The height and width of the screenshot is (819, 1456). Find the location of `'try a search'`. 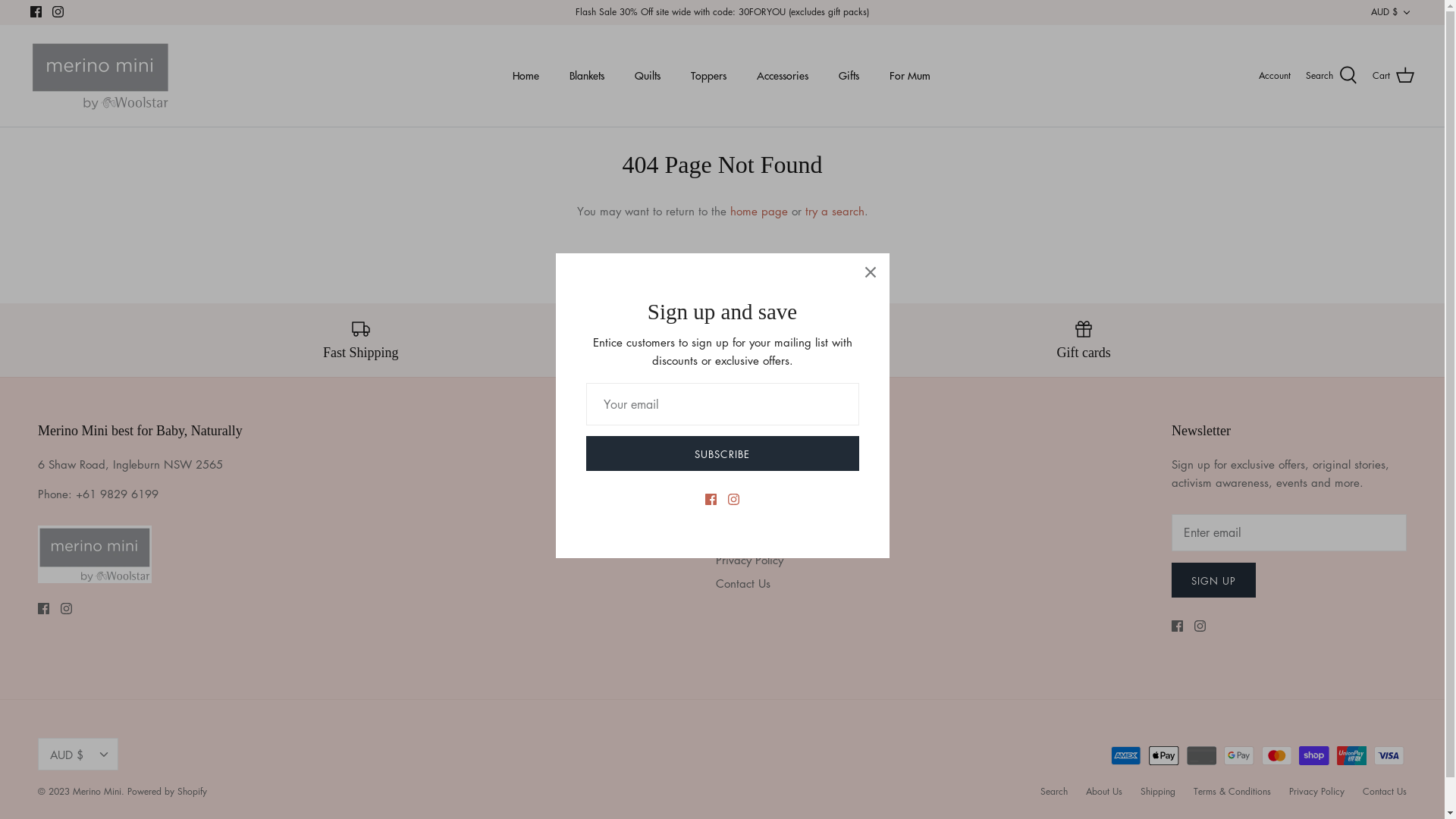

'try a search' is located at coordinates (833, 210).